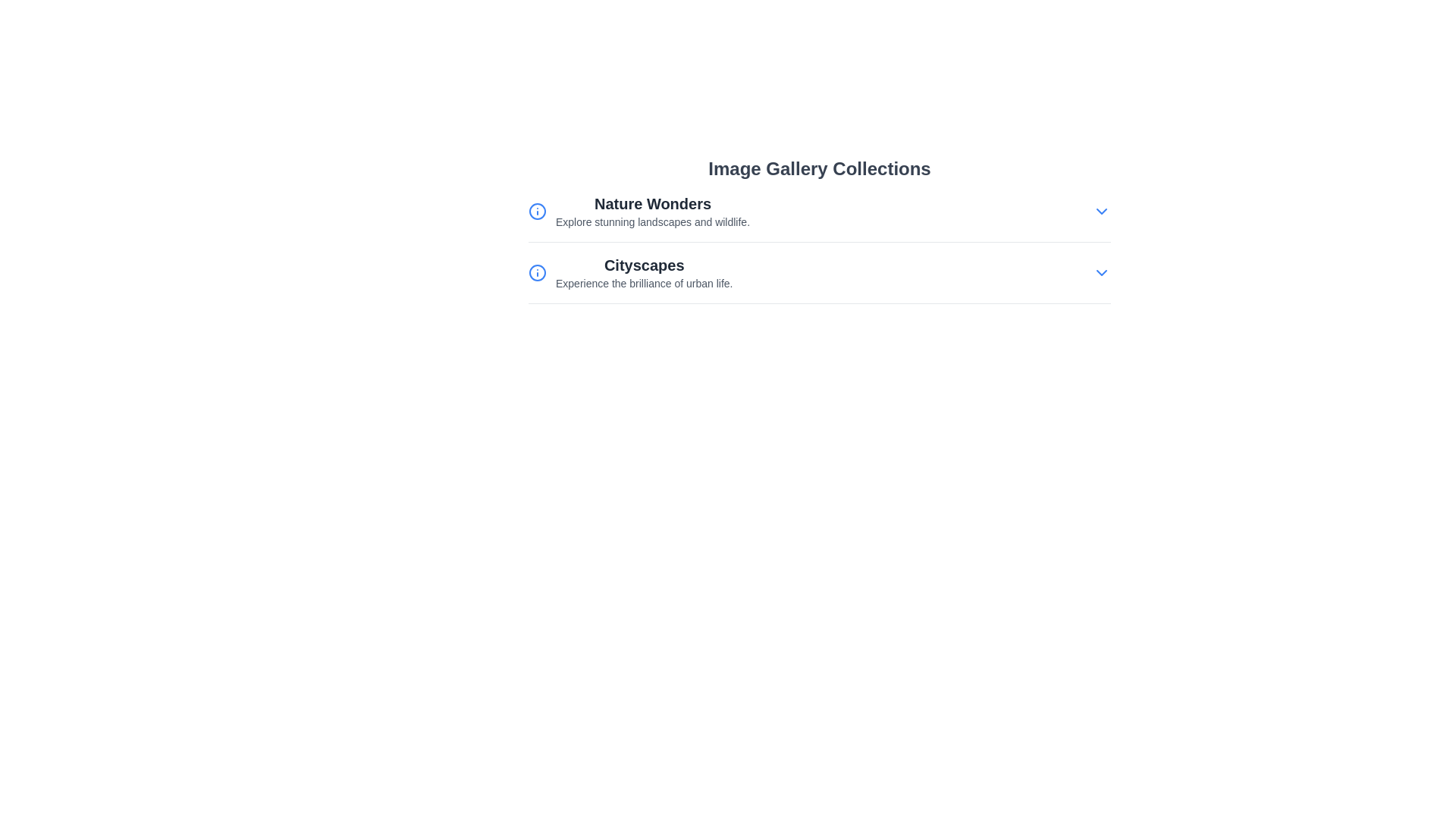  Describe the element at coordinates (1102, 271) in the screenshot. I see `the downward-pointing chevron icon styled in blue at the far right end of the 'Cityscapes' row` at that location.